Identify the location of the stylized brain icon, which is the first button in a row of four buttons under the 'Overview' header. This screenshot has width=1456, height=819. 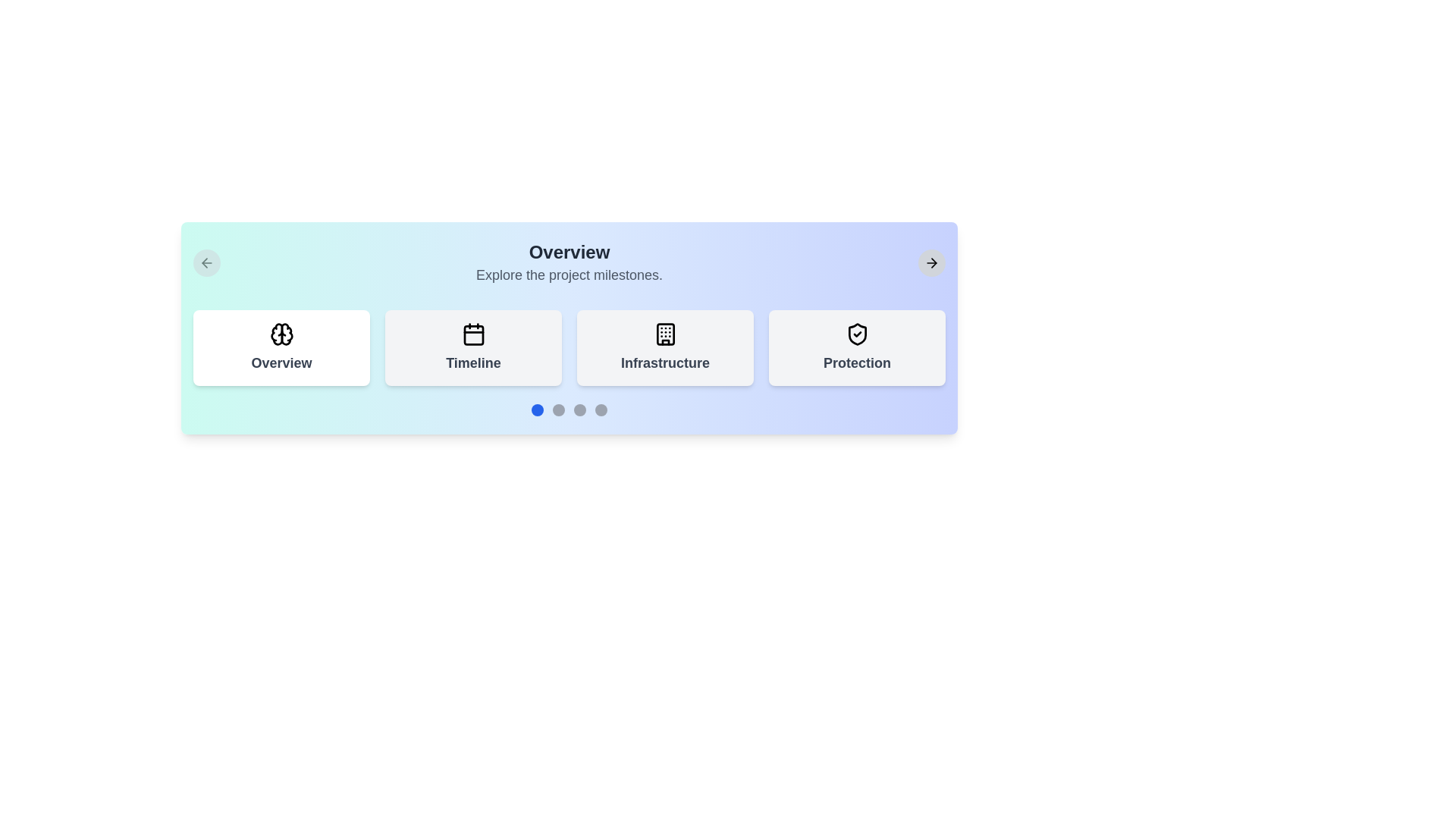
(281, 333).